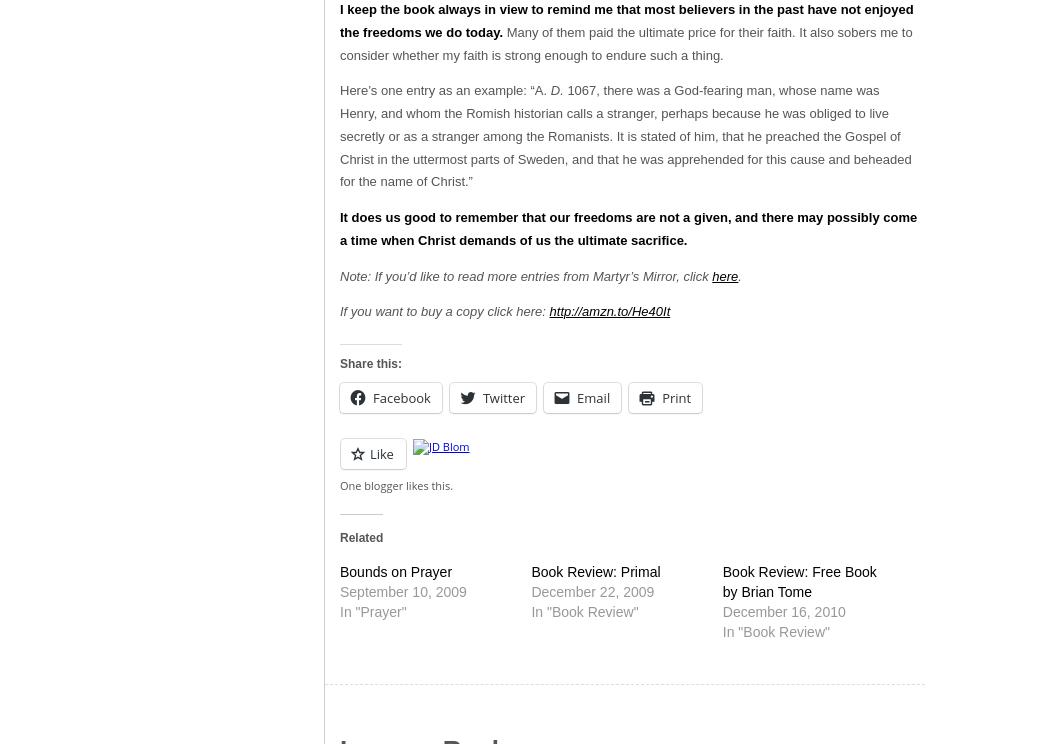 This screenshot has width=1050, height=744. Describe the element at coordinates (338, 227) in the screenshot. I see `'It does us good to remember that our freedoms are not a given, and there may possibly come a time when Christ demands of us the ultimate sacrifice.'` at that location.